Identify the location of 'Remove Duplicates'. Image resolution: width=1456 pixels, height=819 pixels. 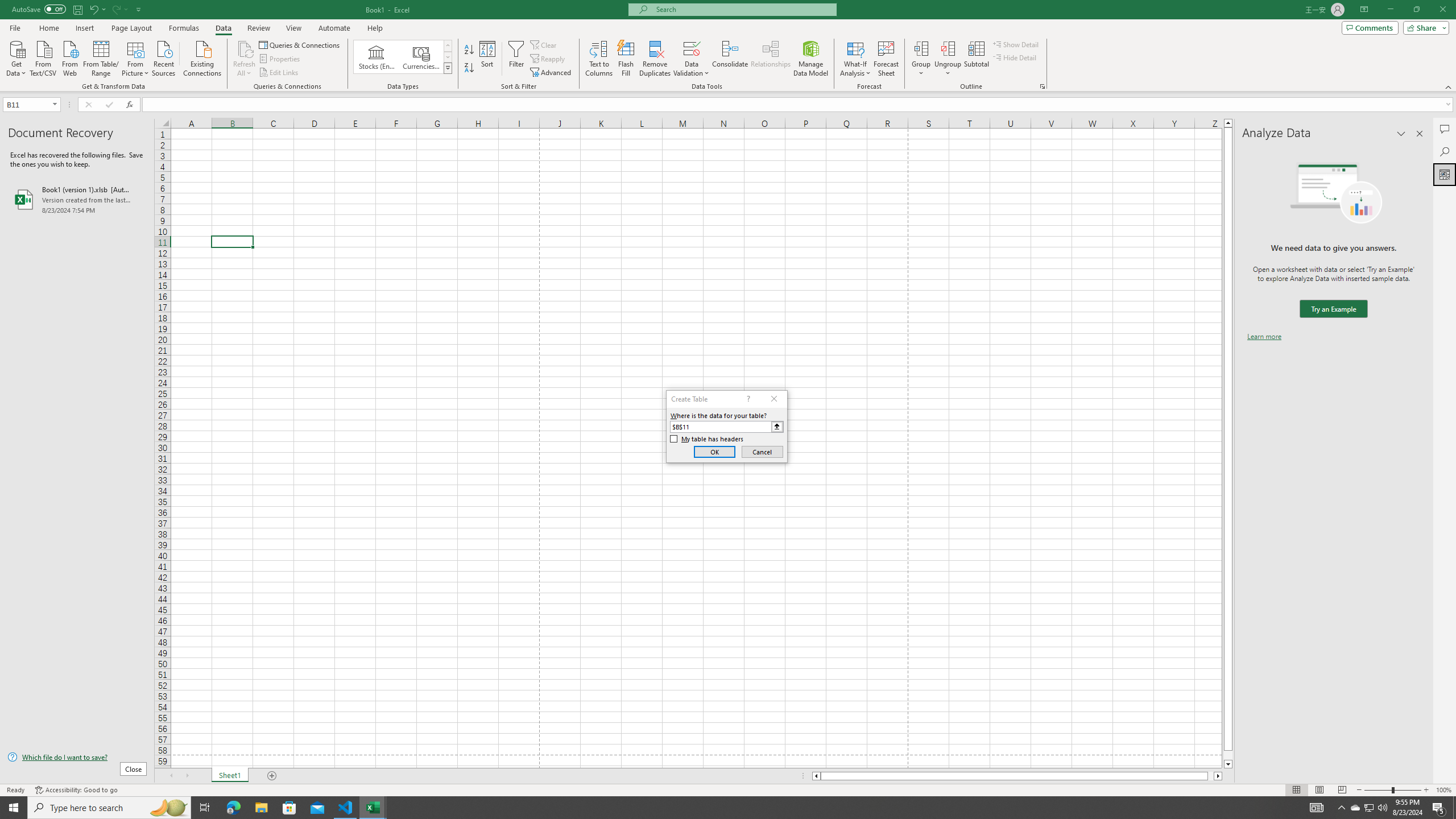
(655, 59).